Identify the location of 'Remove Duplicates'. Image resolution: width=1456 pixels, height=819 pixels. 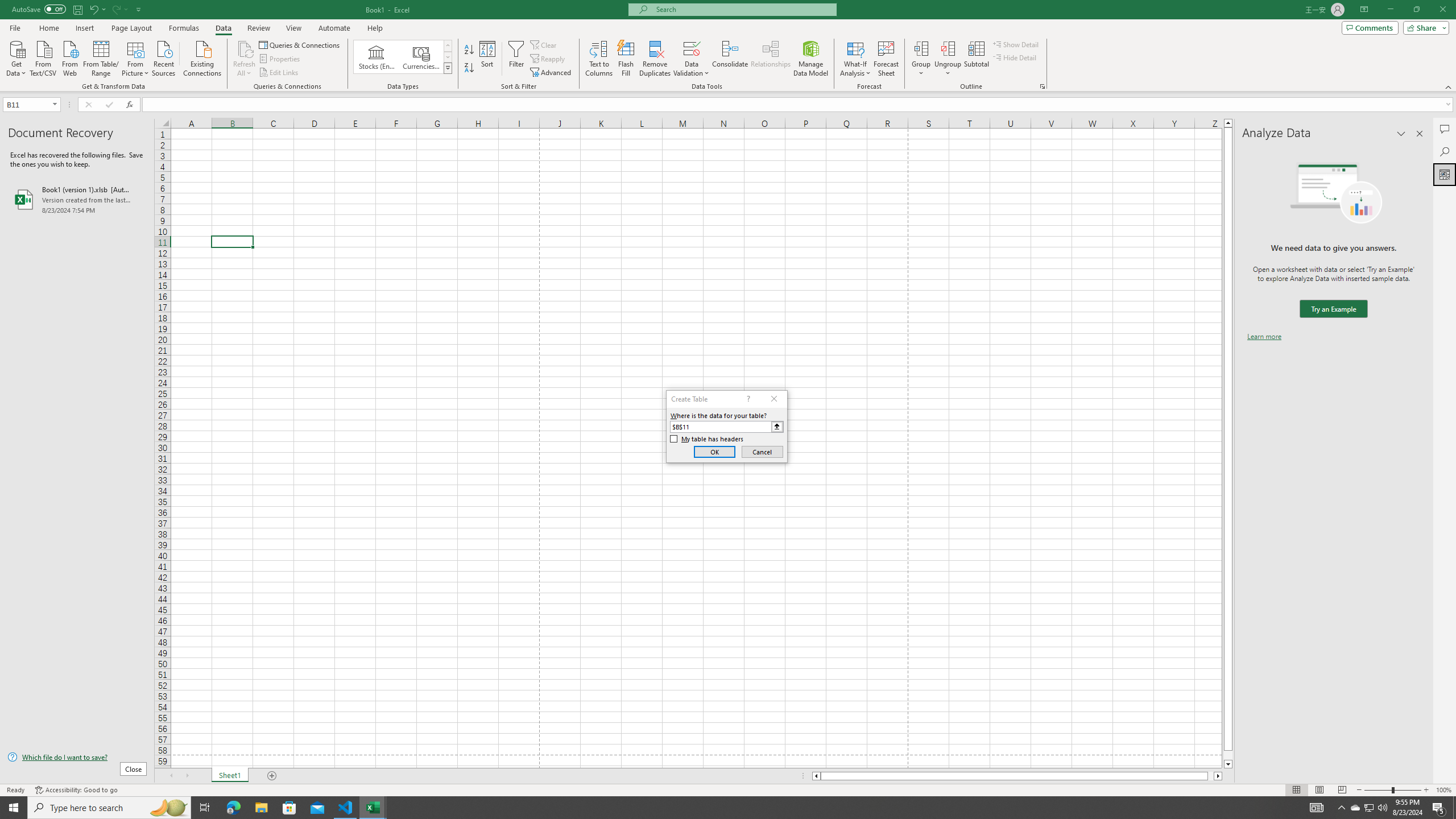
(655, 59).